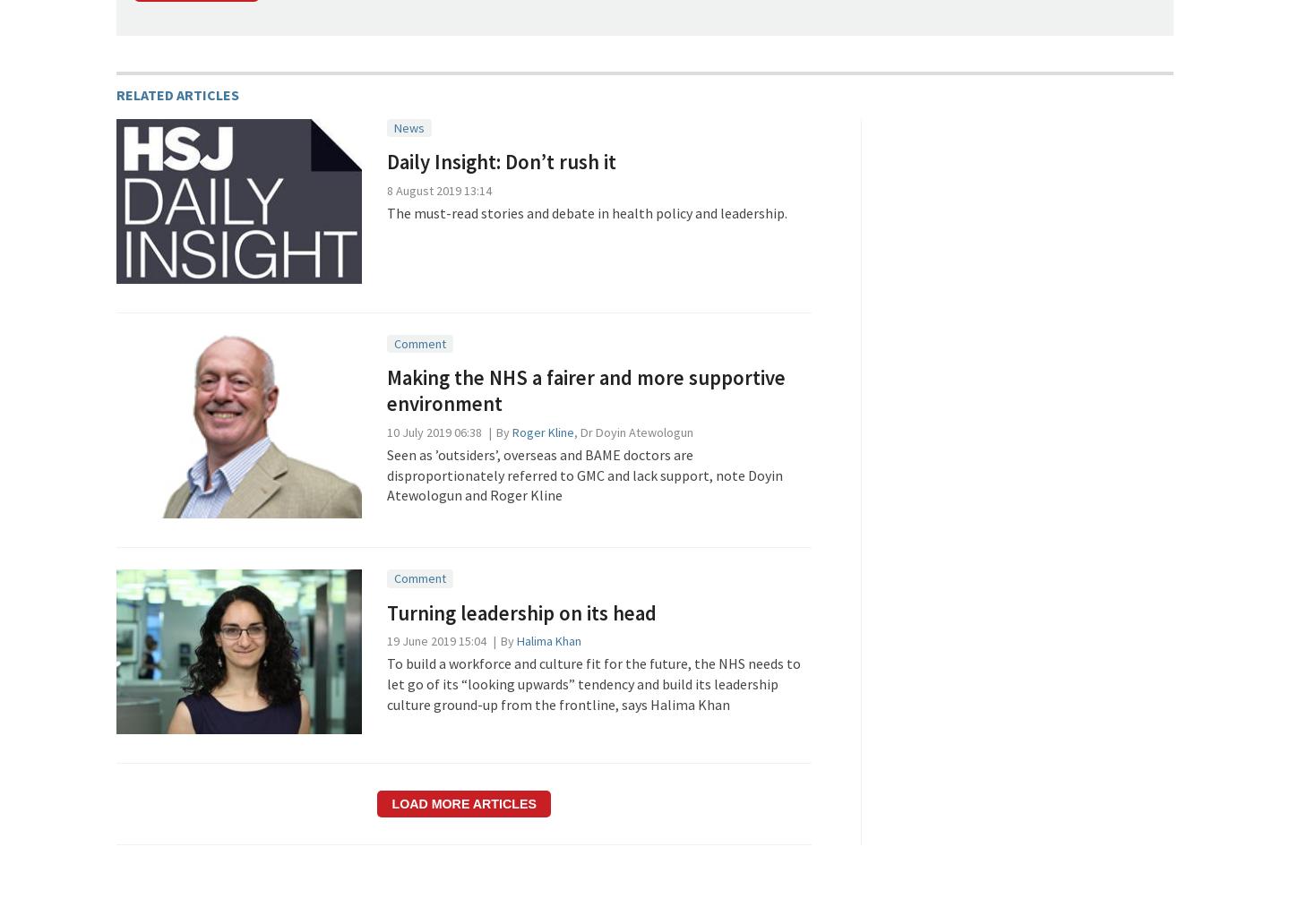  What do you see at coordinates (584, 389) in the screenshot?
I see `'Making the NHS a fairer and more supportive environment'` at bounding box center [584, 389].